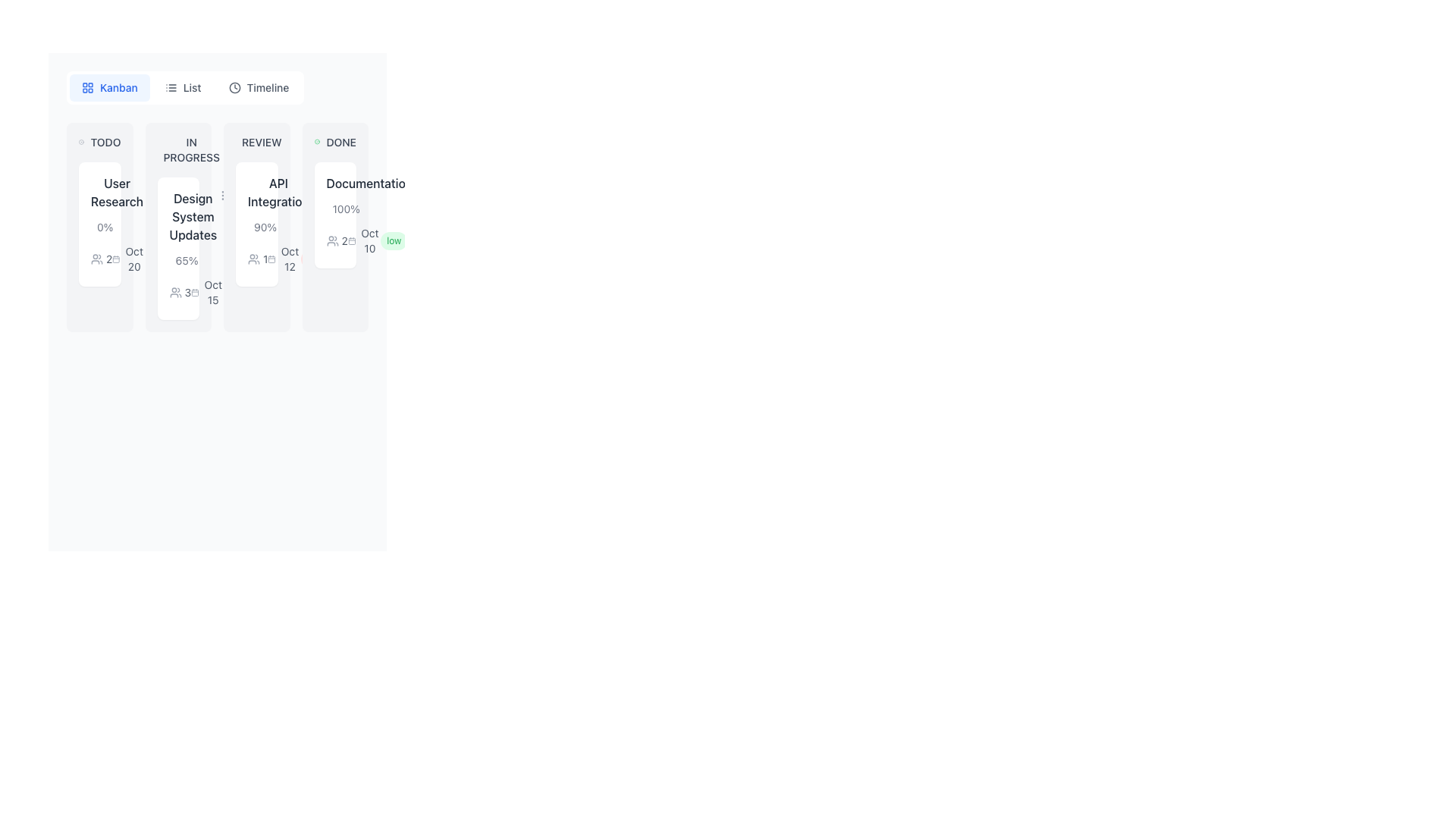 Image resolution: width=1456 pixels, height=819 pixels. Describe the element at coordinates (334, 240) in the screenshot. I see `the icon indicating the number of people associated with the task in the 'Documentation' card located in the 'Done' column of the Kanban board` at that location.